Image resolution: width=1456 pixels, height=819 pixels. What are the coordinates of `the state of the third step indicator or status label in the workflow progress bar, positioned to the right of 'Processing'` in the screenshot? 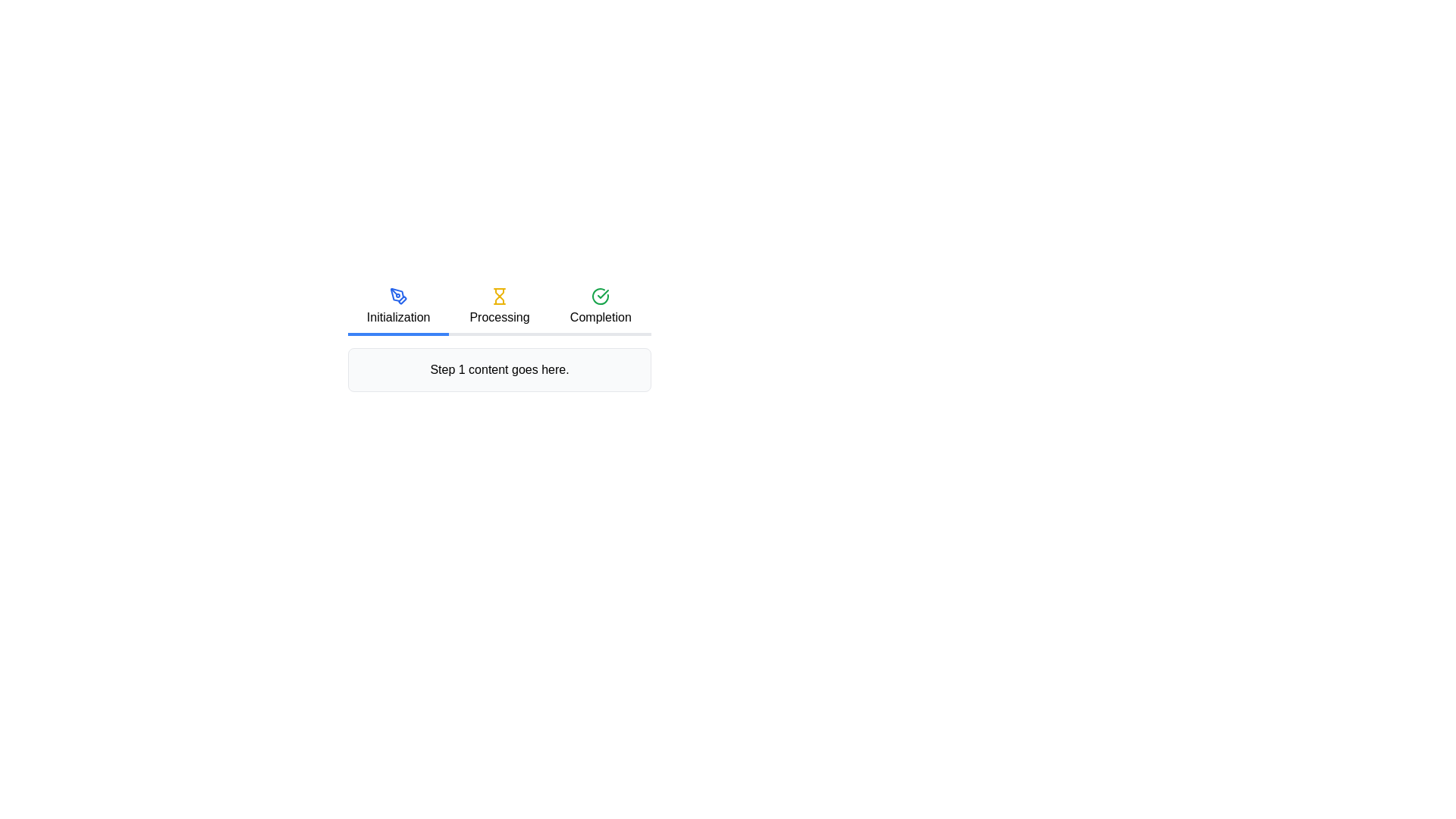 It's located at (600, 308).